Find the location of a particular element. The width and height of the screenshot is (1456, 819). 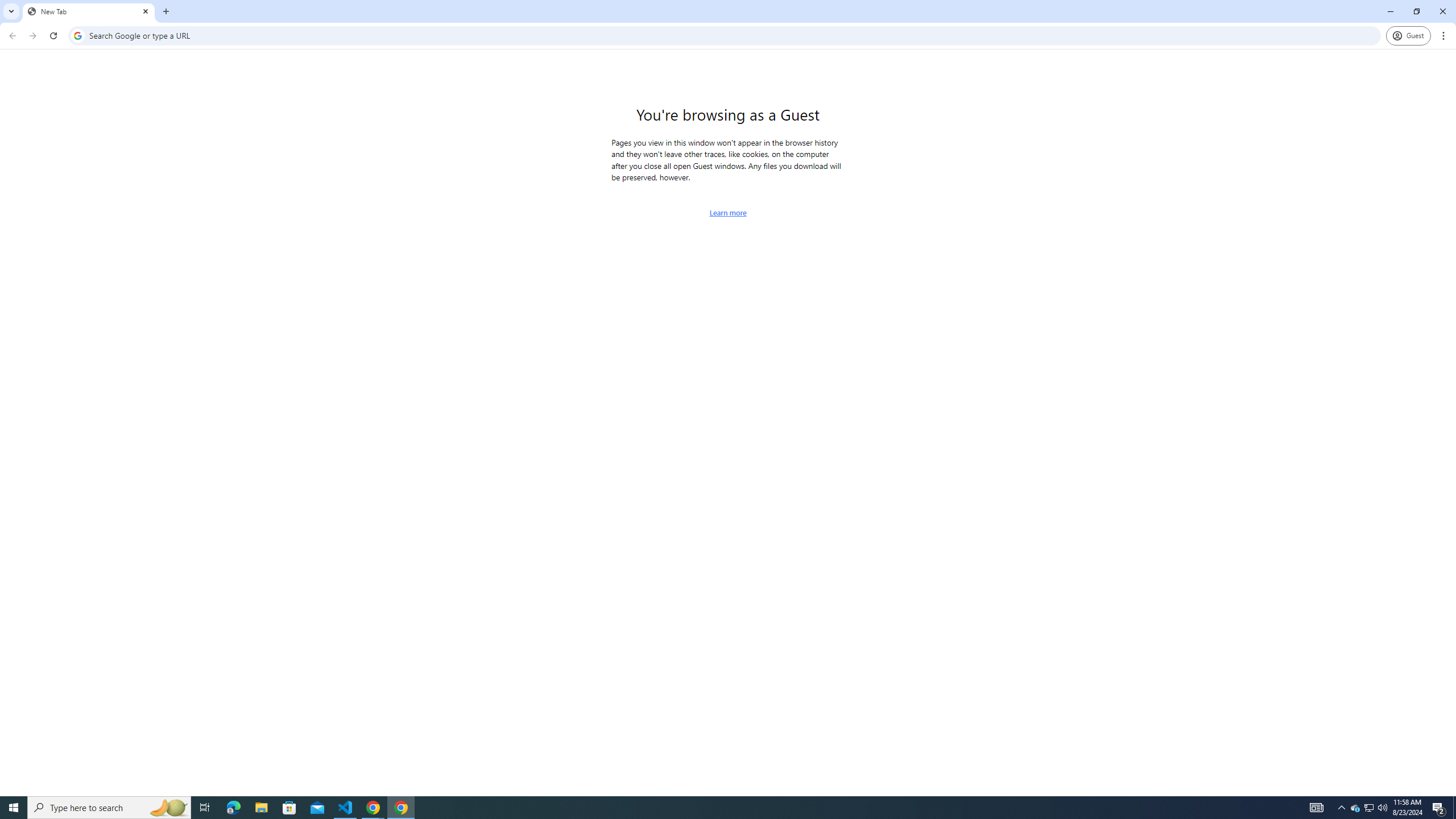

'Guest' is located at coordinates (1408, 35).